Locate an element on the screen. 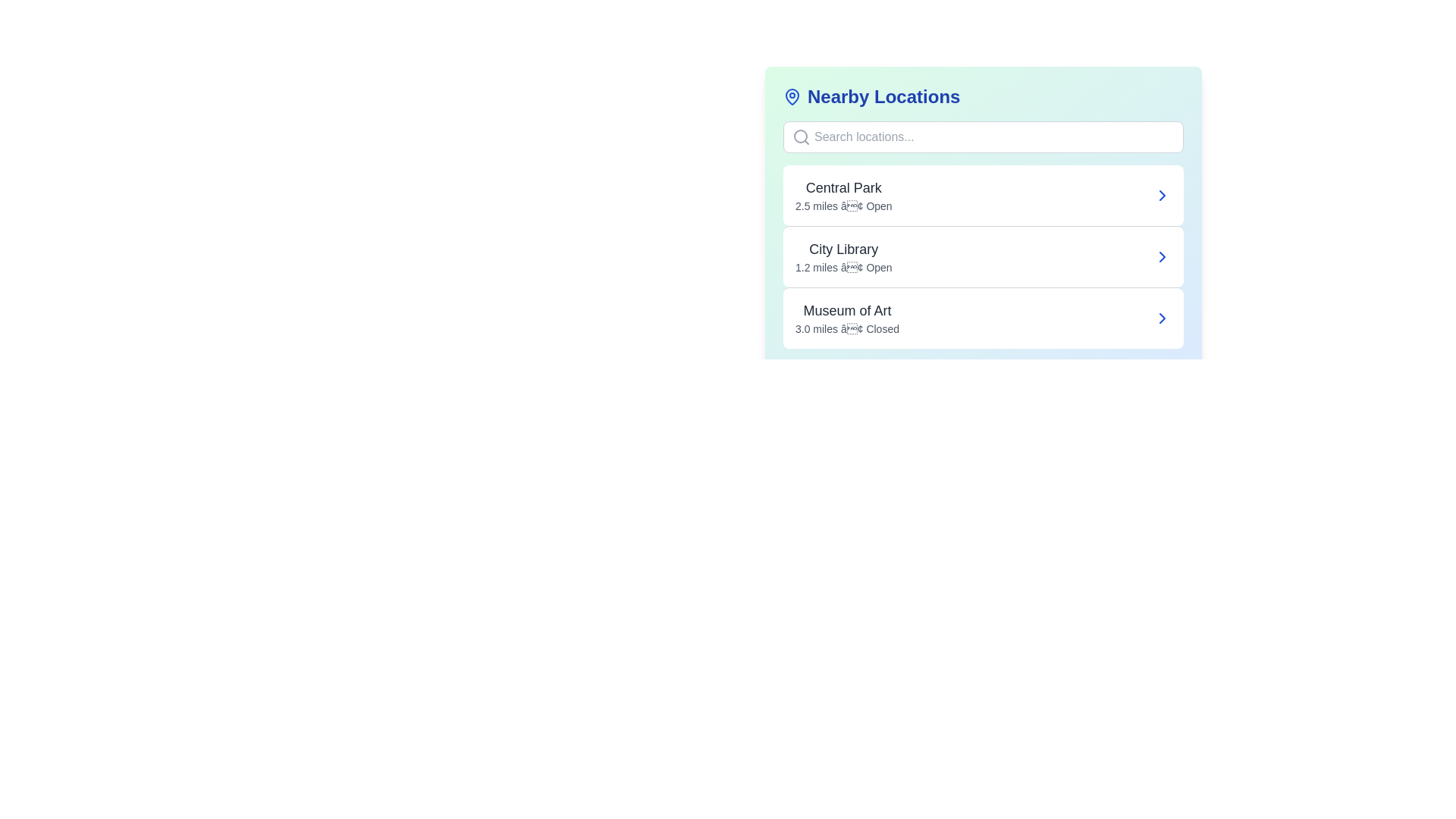 This screenshot has width=1456, height=819. the right-facing chevron icon indicating navigation actions located at the far-right end of the 'Museum of Art' list entry in the 'Nearby Locations' list is located at coordinates (1161, 318).